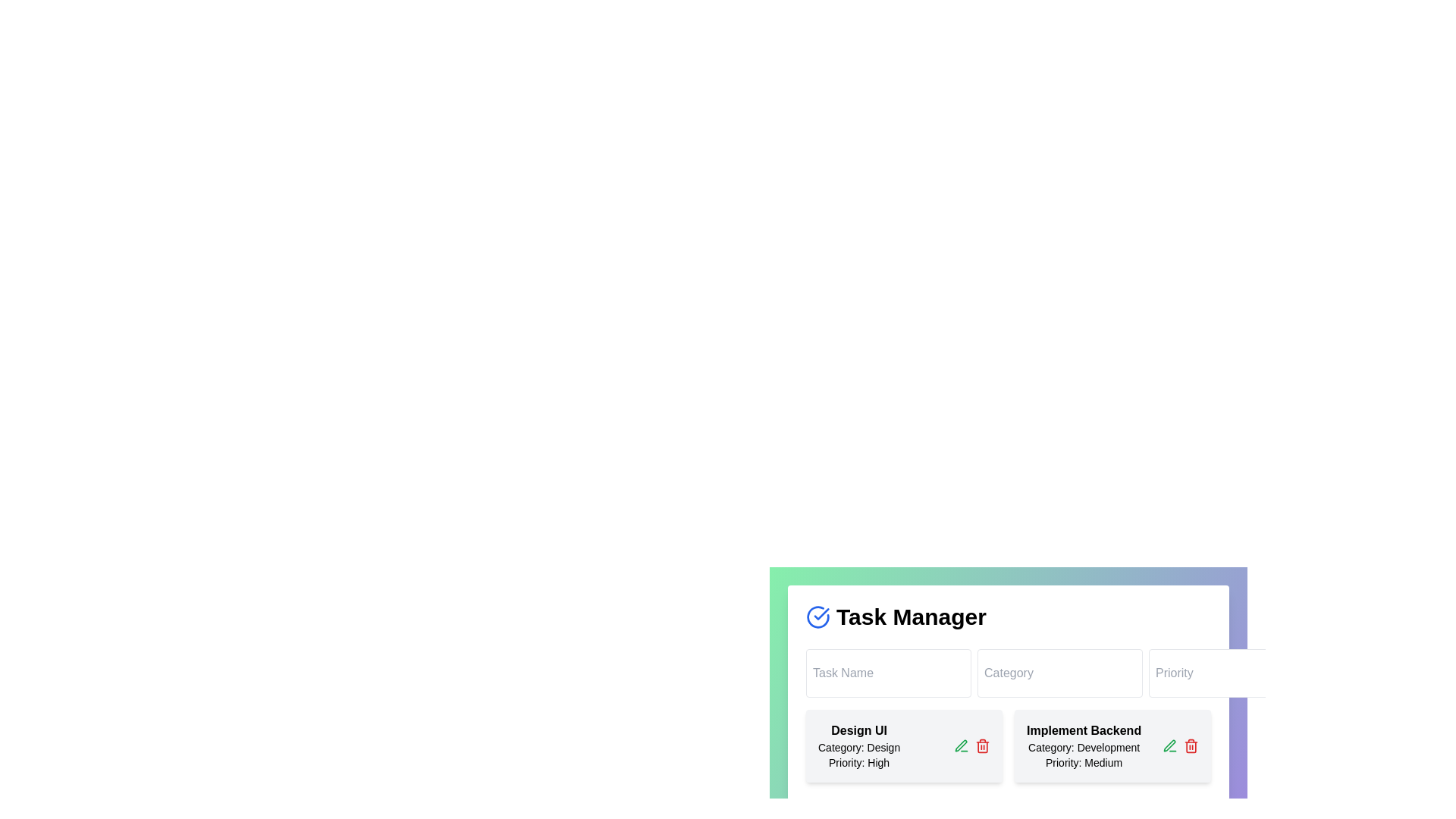 The width and height of the screenshot is (1456, 819). I want to click on the SVG icon representing the trash bin, so click(1190, 745).